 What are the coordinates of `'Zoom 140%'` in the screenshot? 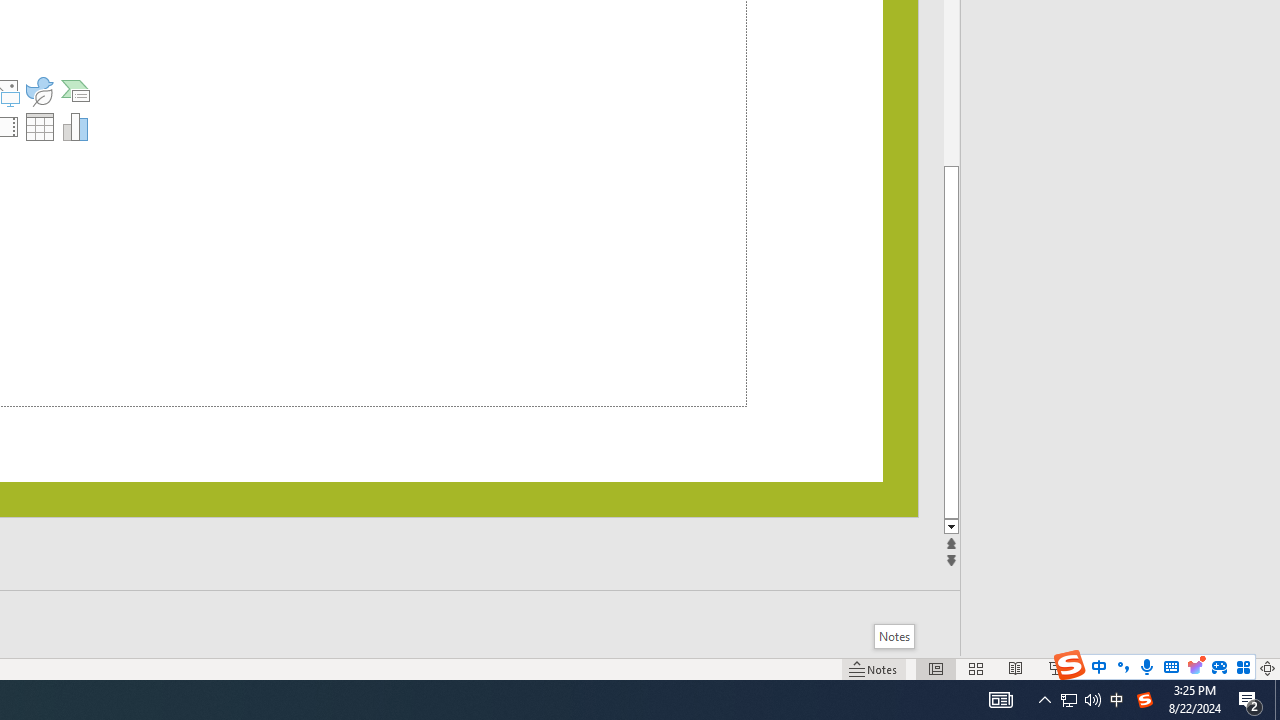 It's located at (1233, 669).